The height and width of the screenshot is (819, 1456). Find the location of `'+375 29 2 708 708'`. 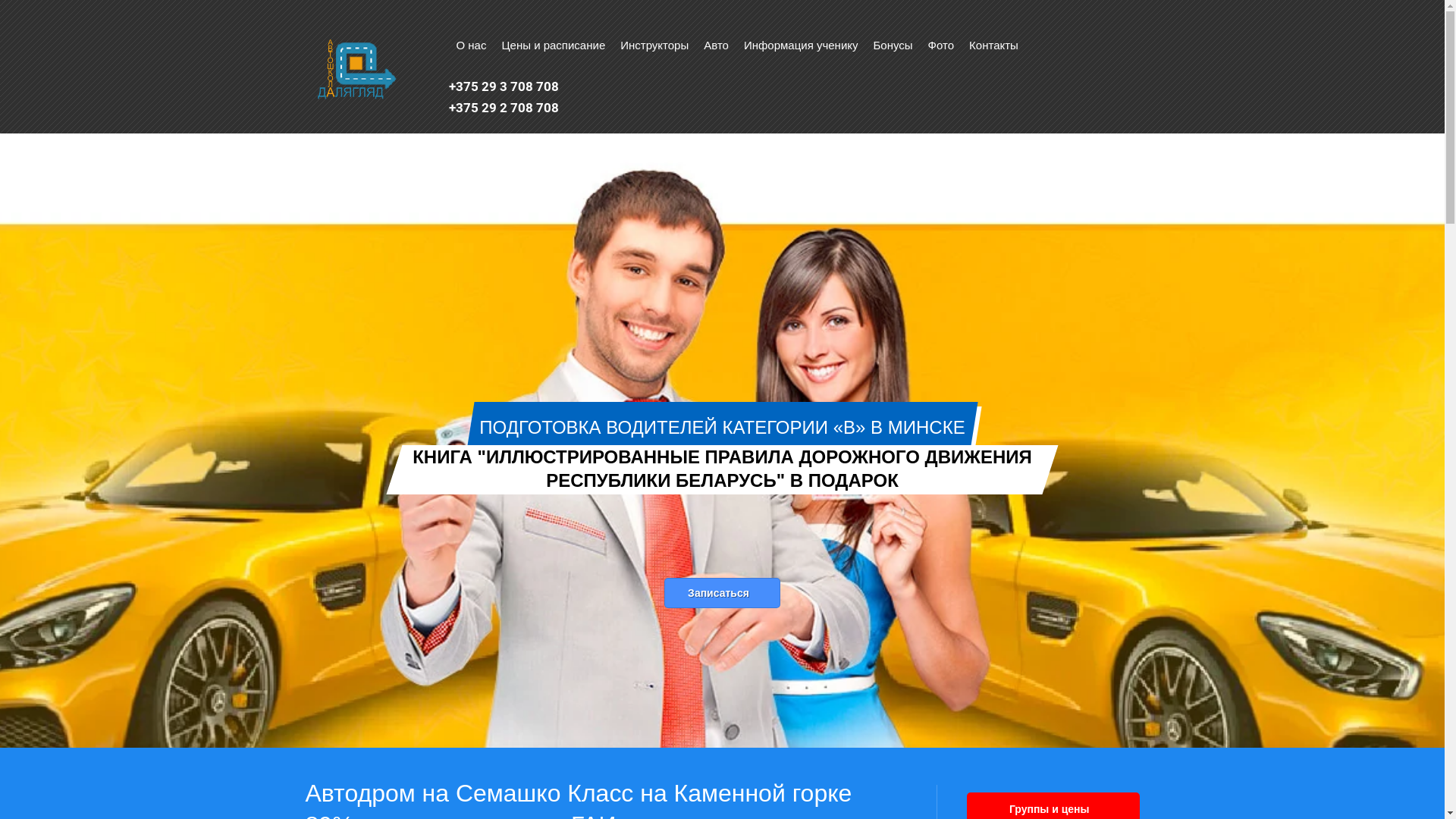

'+375 29 2 708 708' is located at coordinates (504, 107).